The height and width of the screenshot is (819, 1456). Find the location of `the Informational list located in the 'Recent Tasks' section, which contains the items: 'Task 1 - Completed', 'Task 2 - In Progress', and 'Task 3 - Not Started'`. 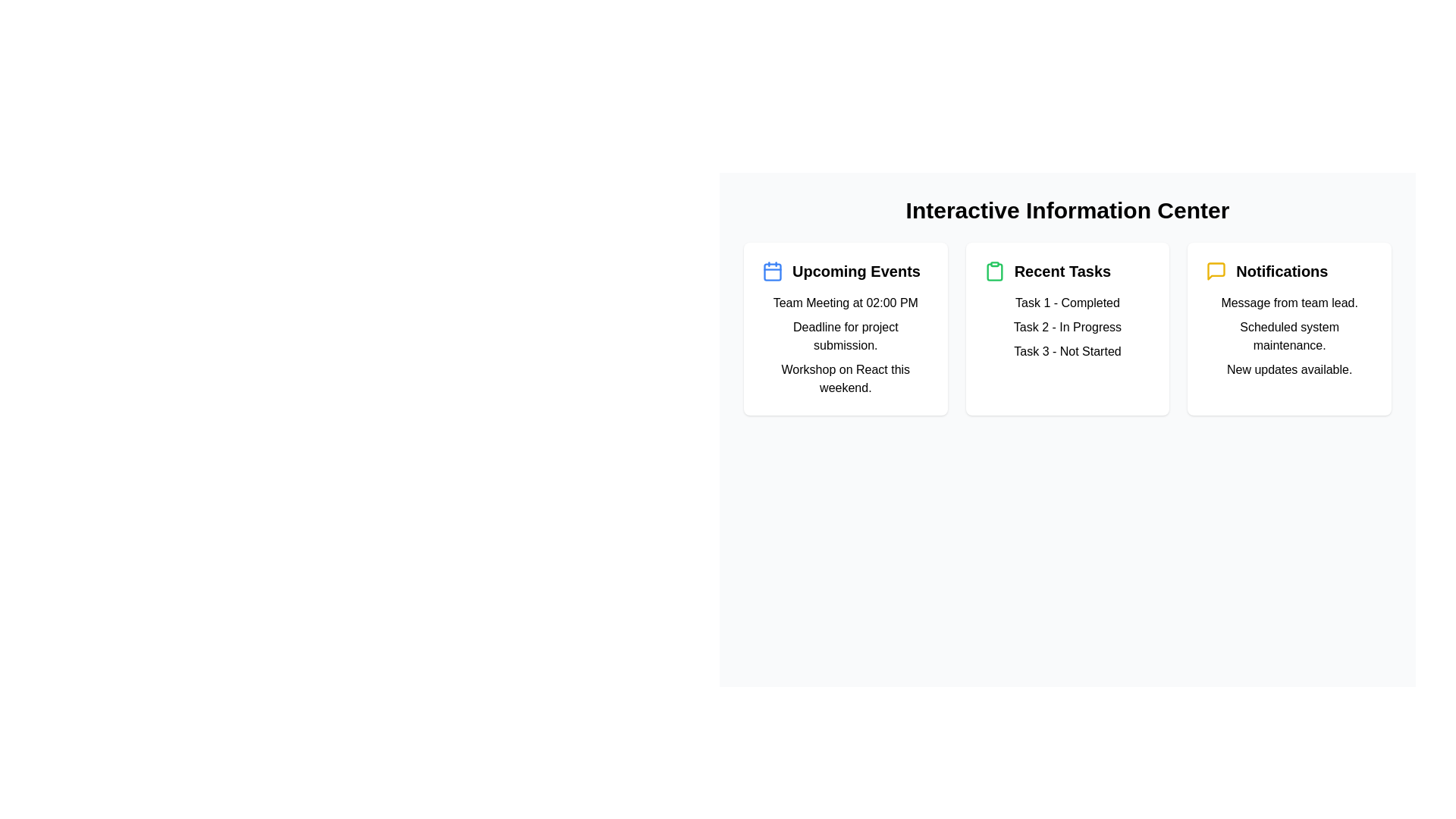

the Informational list located in the 'Recent Tasks' section, which contains the items: 'Task 1 - Completed', 'Task 2 - In Progress', and 'Task 3 - Not Started' is located at coordinates (1066, 327).